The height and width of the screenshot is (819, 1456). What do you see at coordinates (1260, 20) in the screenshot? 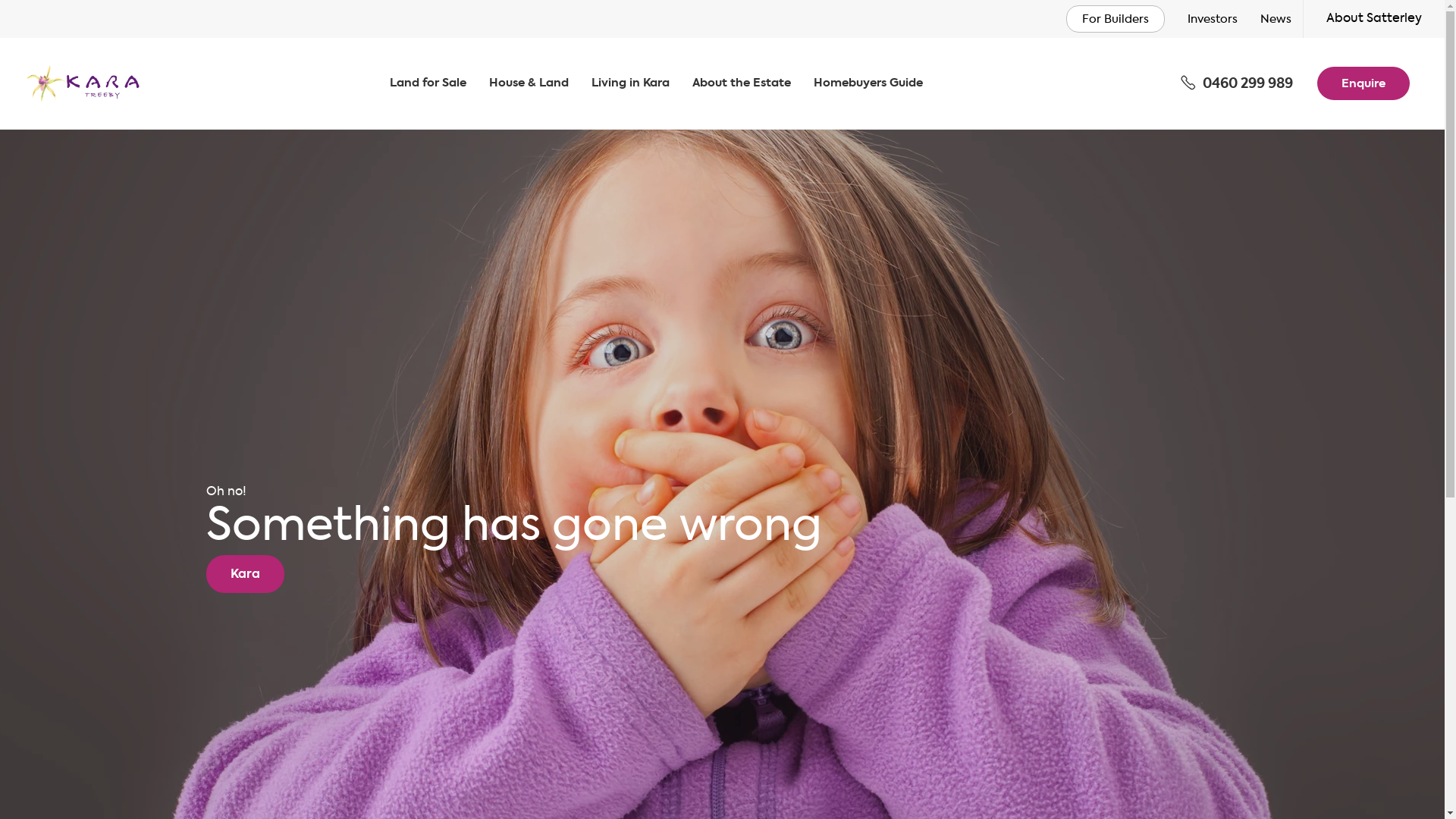
I see `'News'` at bounding box center [1260, 20].